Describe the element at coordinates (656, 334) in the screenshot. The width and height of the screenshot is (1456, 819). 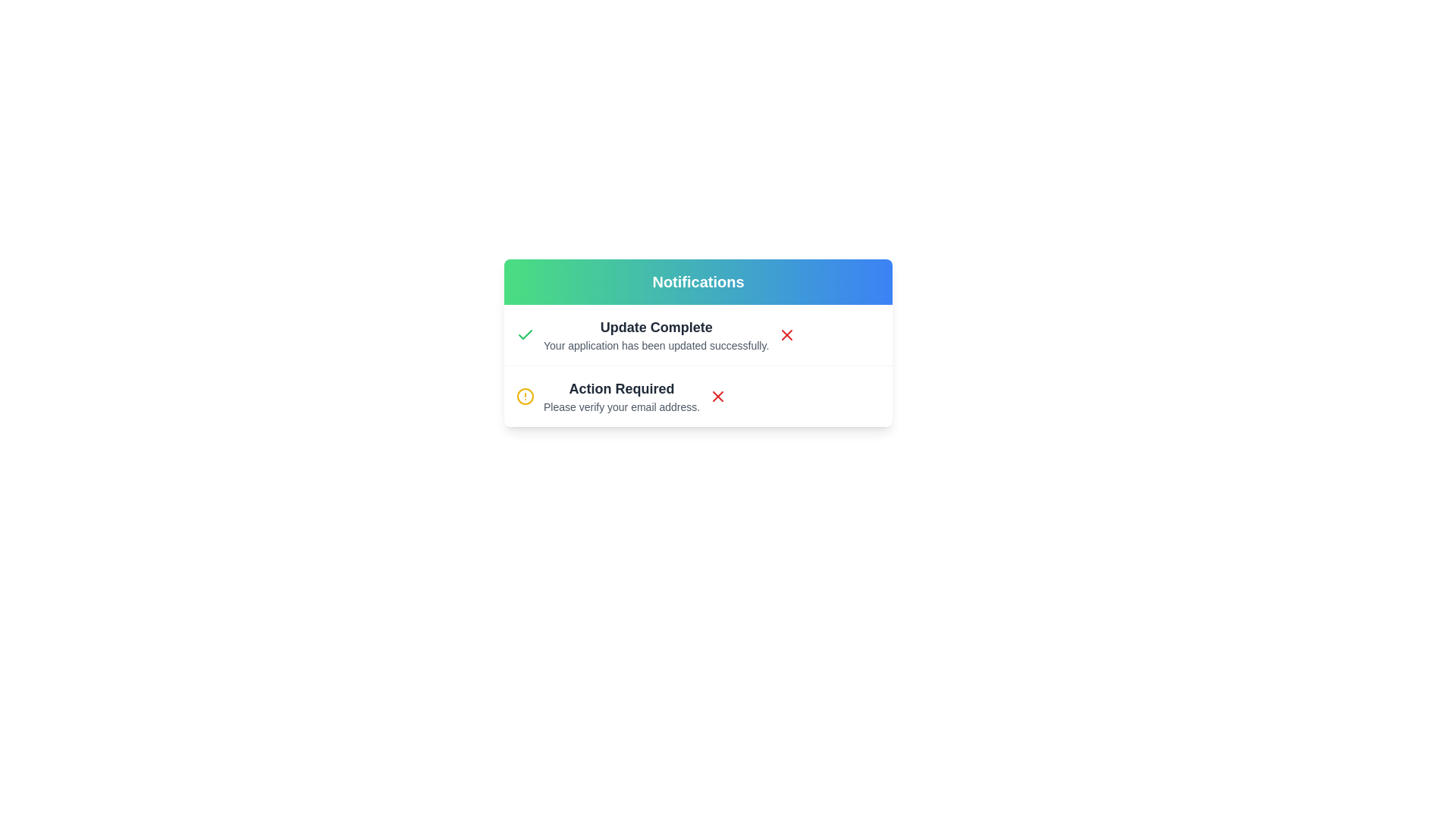
I see `the text block that displays 'Update Complete' with the description 'Your application has been updated successfully', located in the central region of the dialog box under 'Notifications'` at that location.